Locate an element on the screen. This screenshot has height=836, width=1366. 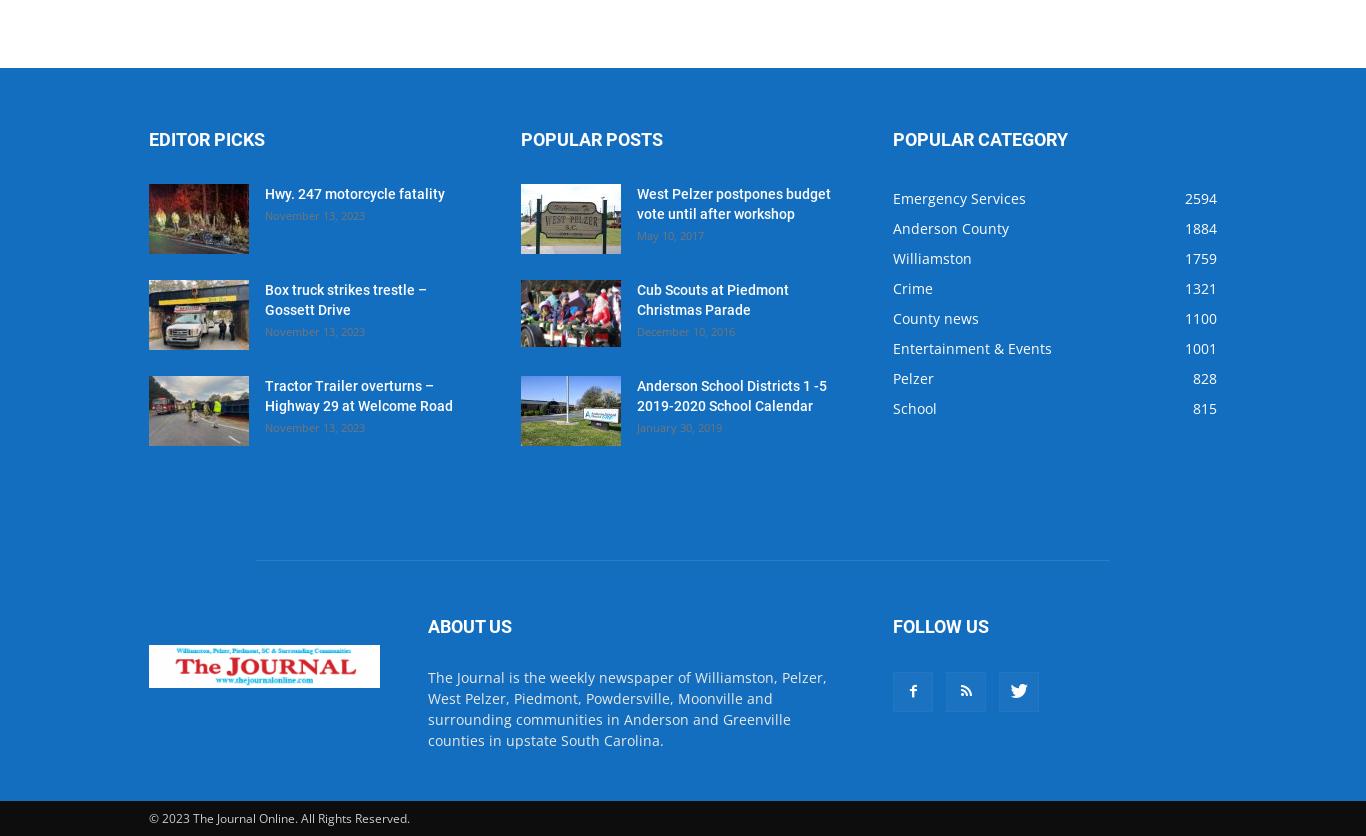
'815' is located at coordinates (1204, 407).